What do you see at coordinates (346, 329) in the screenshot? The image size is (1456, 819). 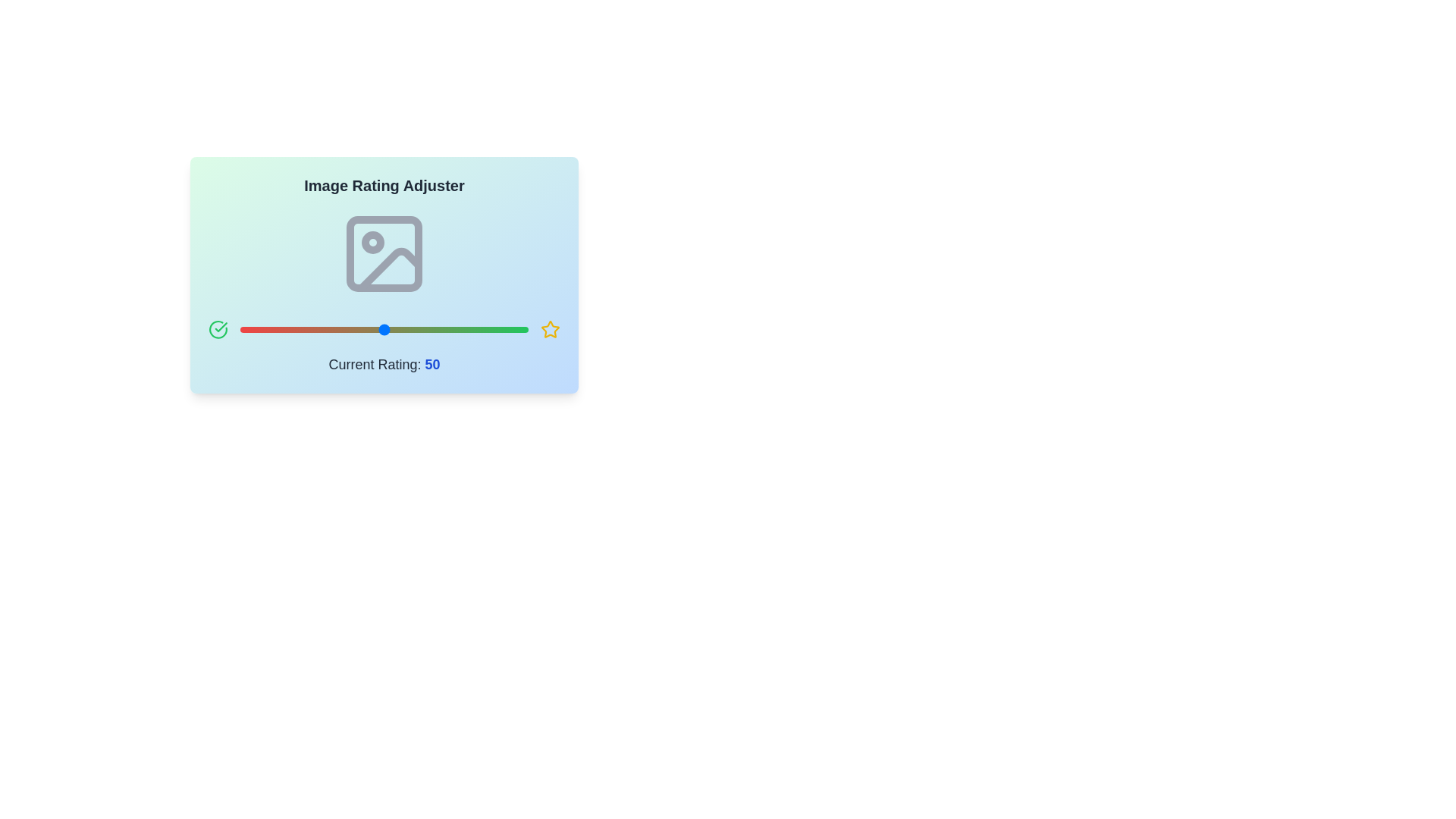 I see `the slider to set the rating to 37` at bounding box center [346, 329].